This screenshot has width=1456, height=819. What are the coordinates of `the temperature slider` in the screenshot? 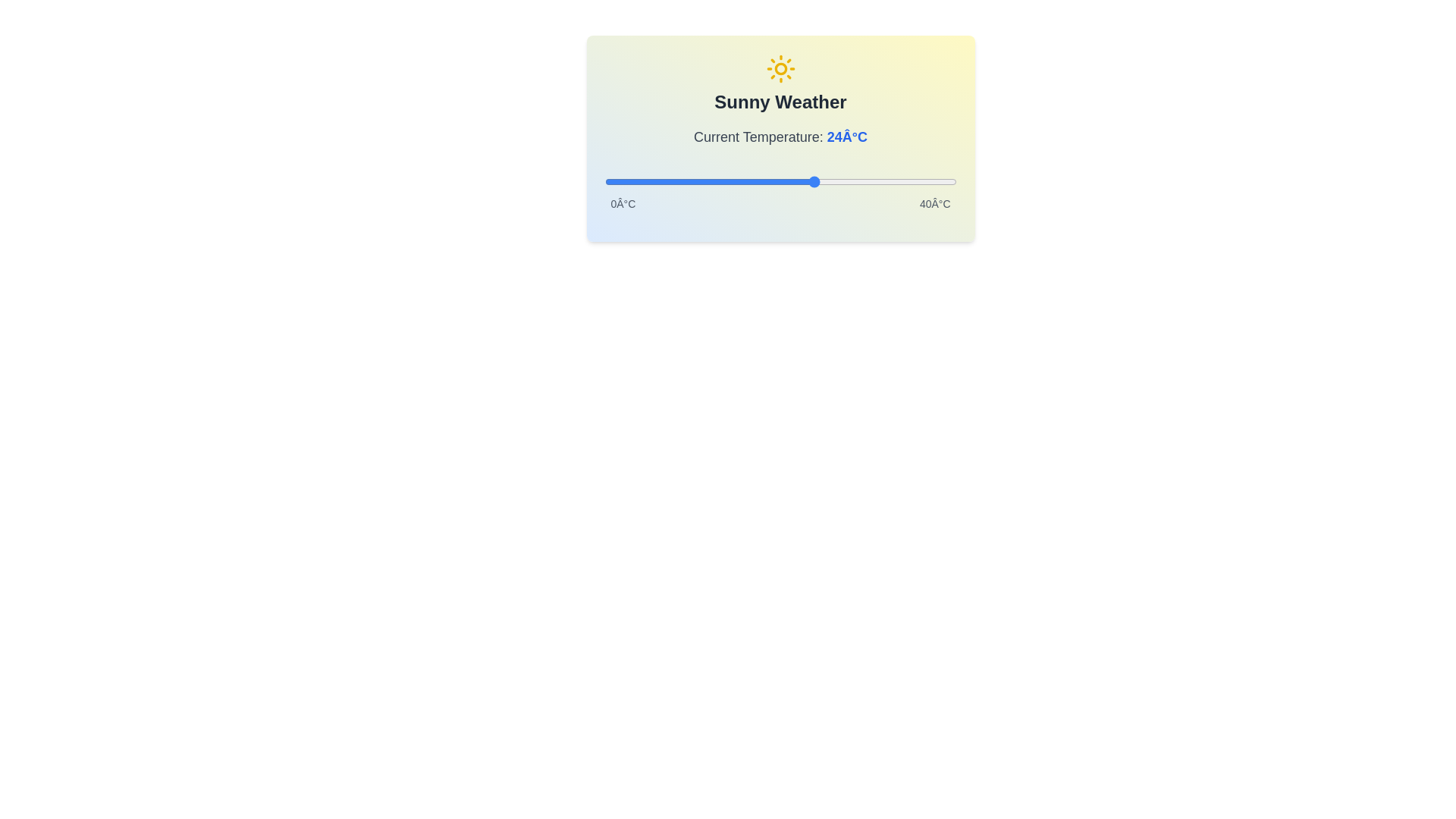 It's located at (912, 180).